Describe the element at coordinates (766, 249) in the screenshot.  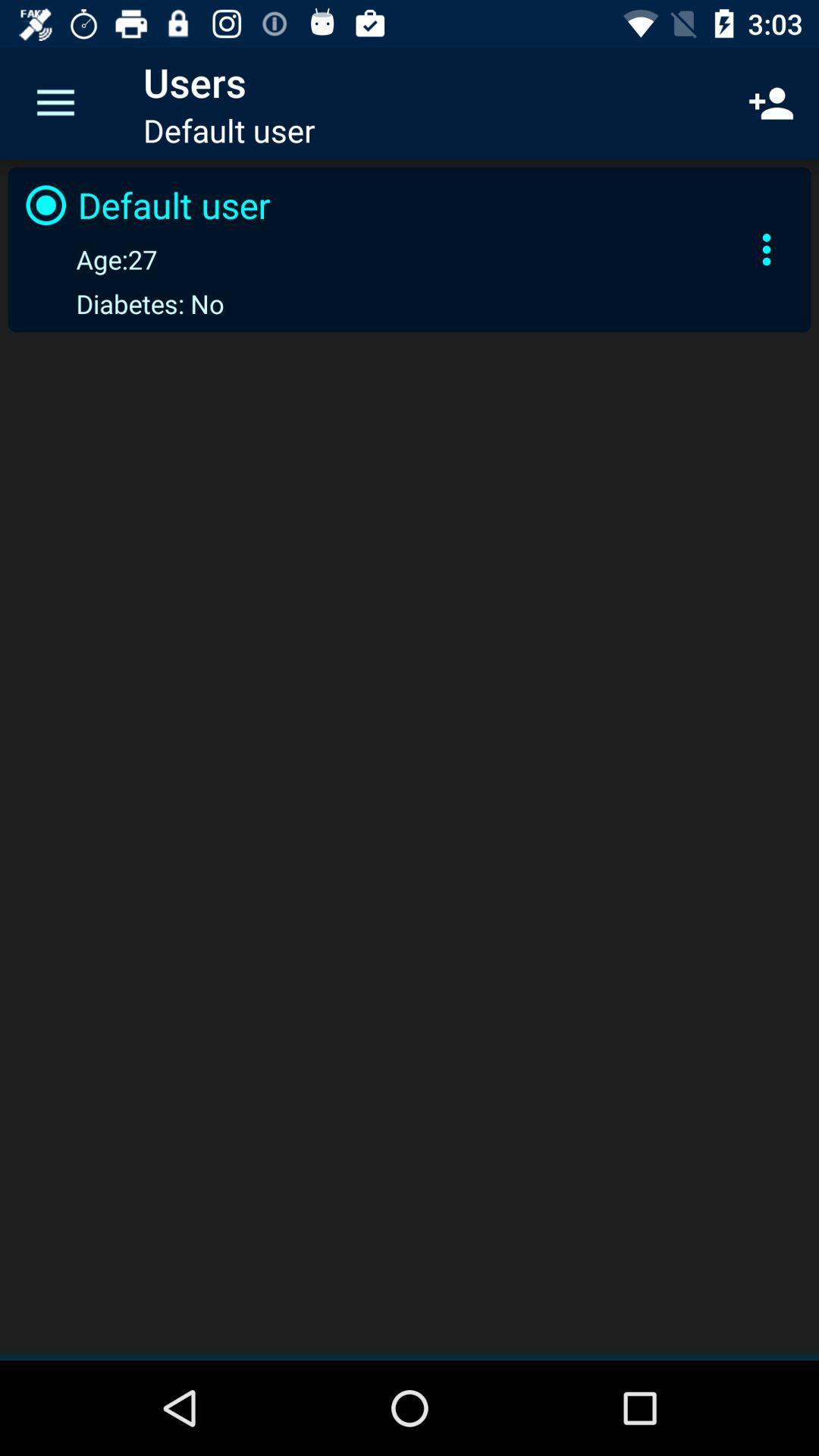
I see `the icon next to default user item` at that location.